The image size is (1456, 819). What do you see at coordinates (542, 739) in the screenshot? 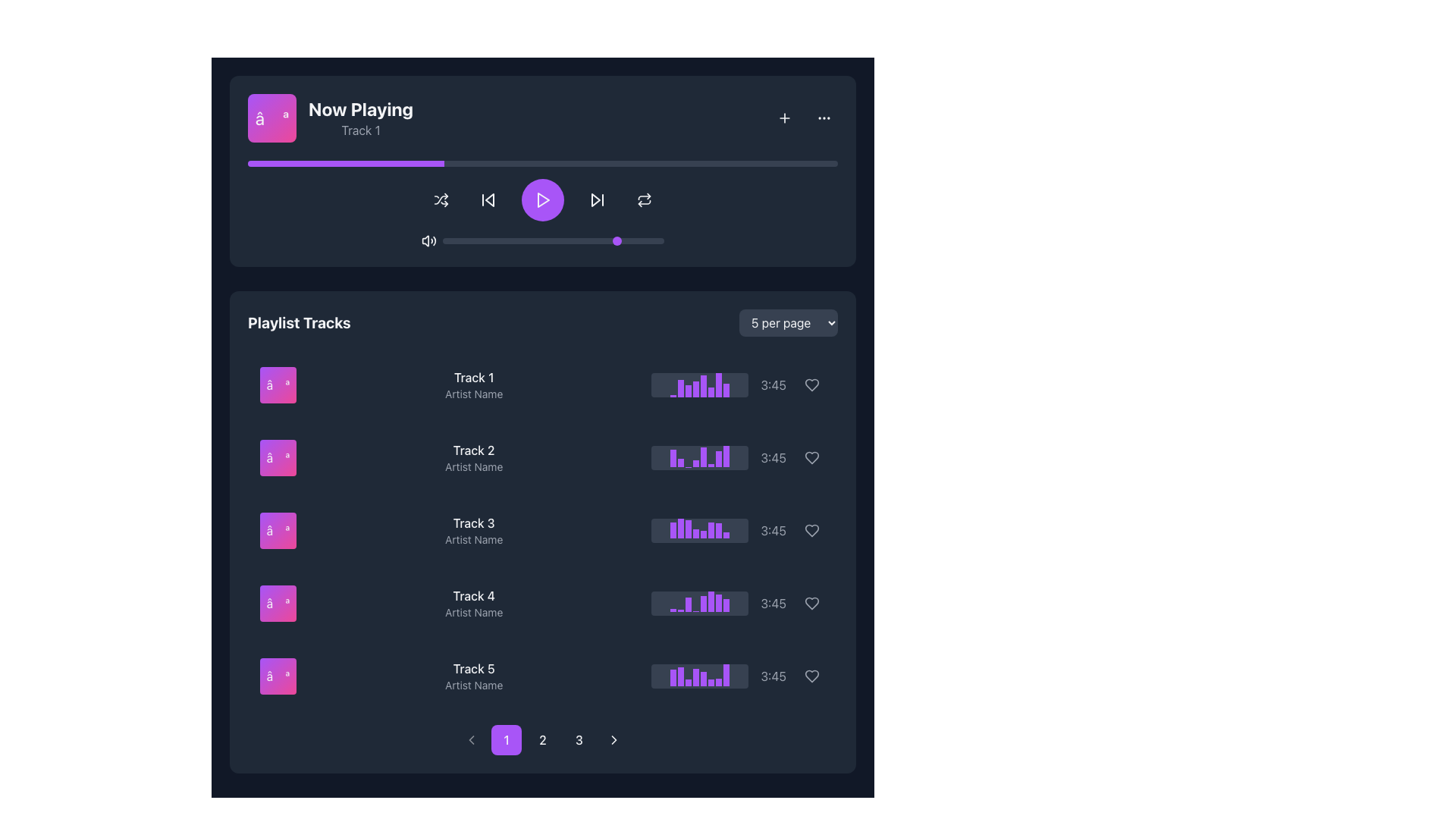
I see `the second button in the pagination section` at bounding box center [542, 739].